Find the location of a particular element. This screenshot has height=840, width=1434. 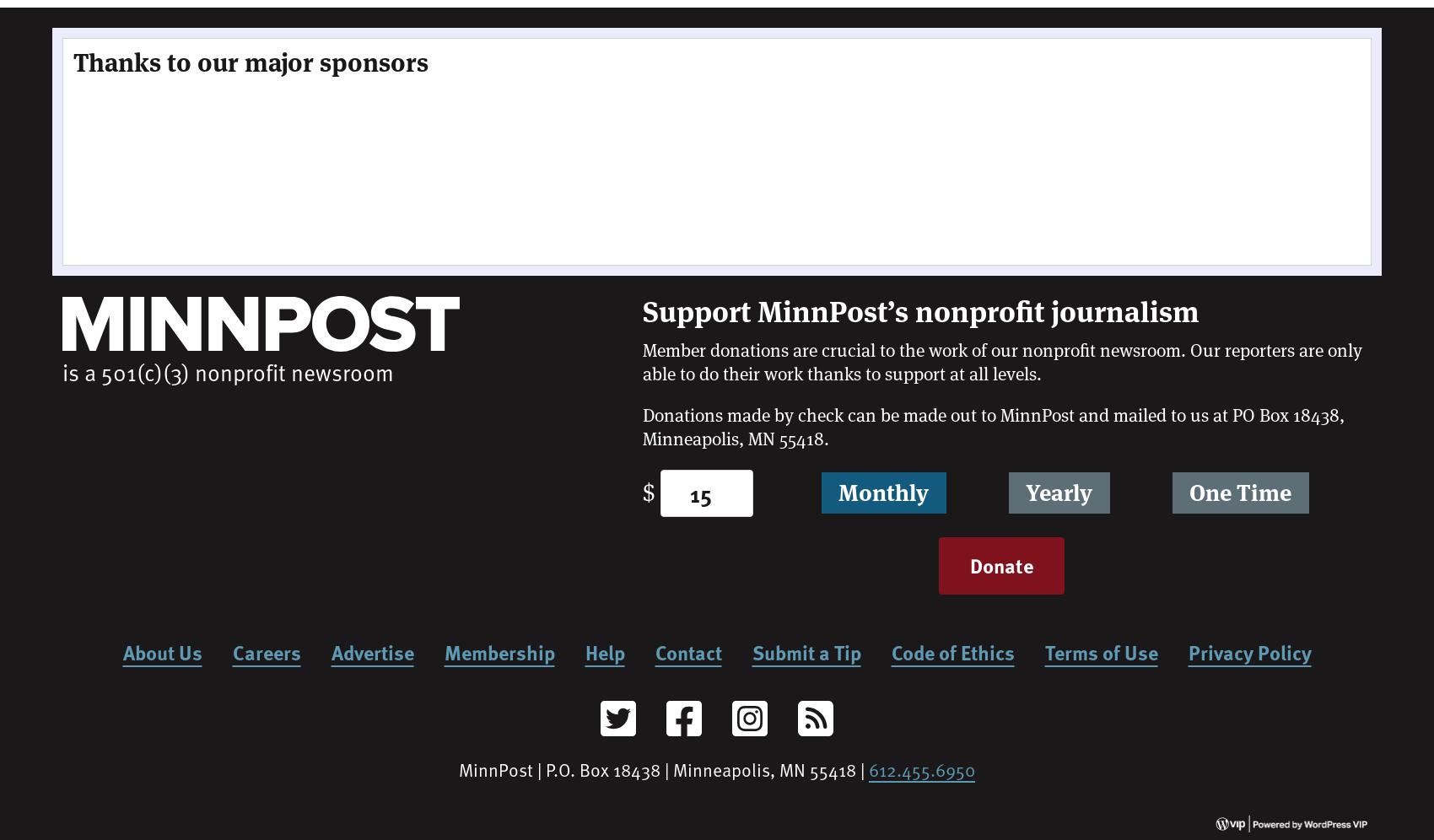

'Privacy Policy' is located at coordinates (1248, 651).